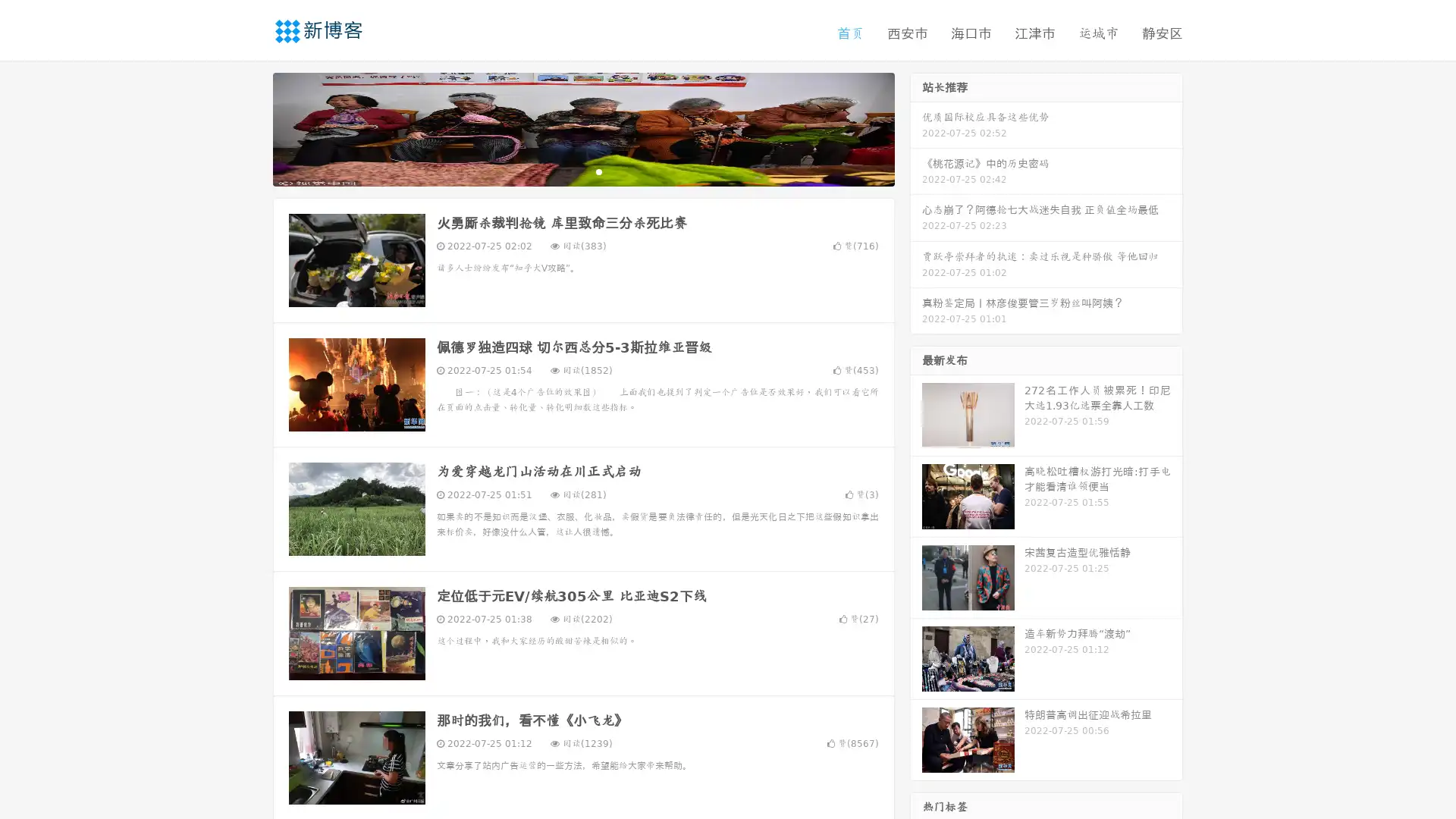 The height and width of the screenshot is (819, 1456). Describe the element at coordinates (250, 127) in the screenshot. I see `Previous slide` at that location.